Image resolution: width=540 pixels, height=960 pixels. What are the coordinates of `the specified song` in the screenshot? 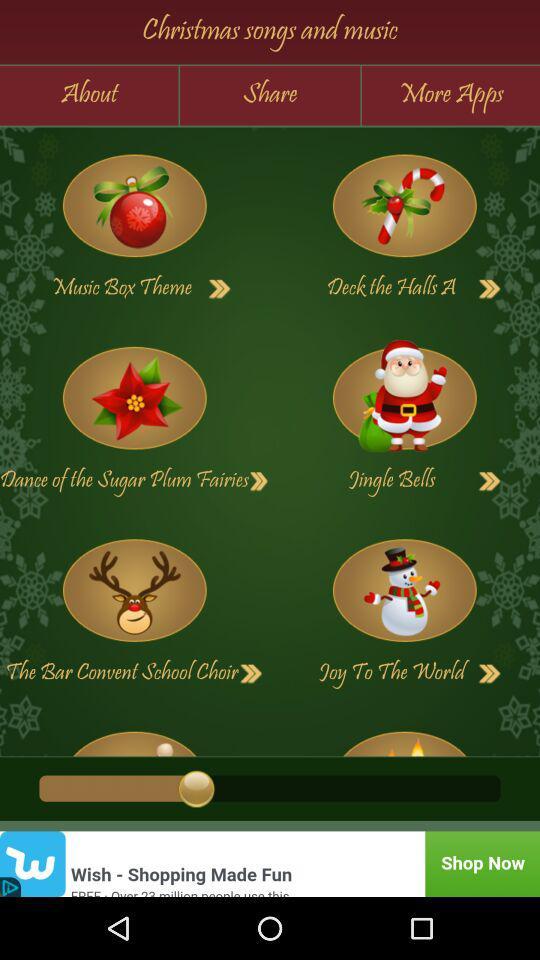 It's located at (404, 206).